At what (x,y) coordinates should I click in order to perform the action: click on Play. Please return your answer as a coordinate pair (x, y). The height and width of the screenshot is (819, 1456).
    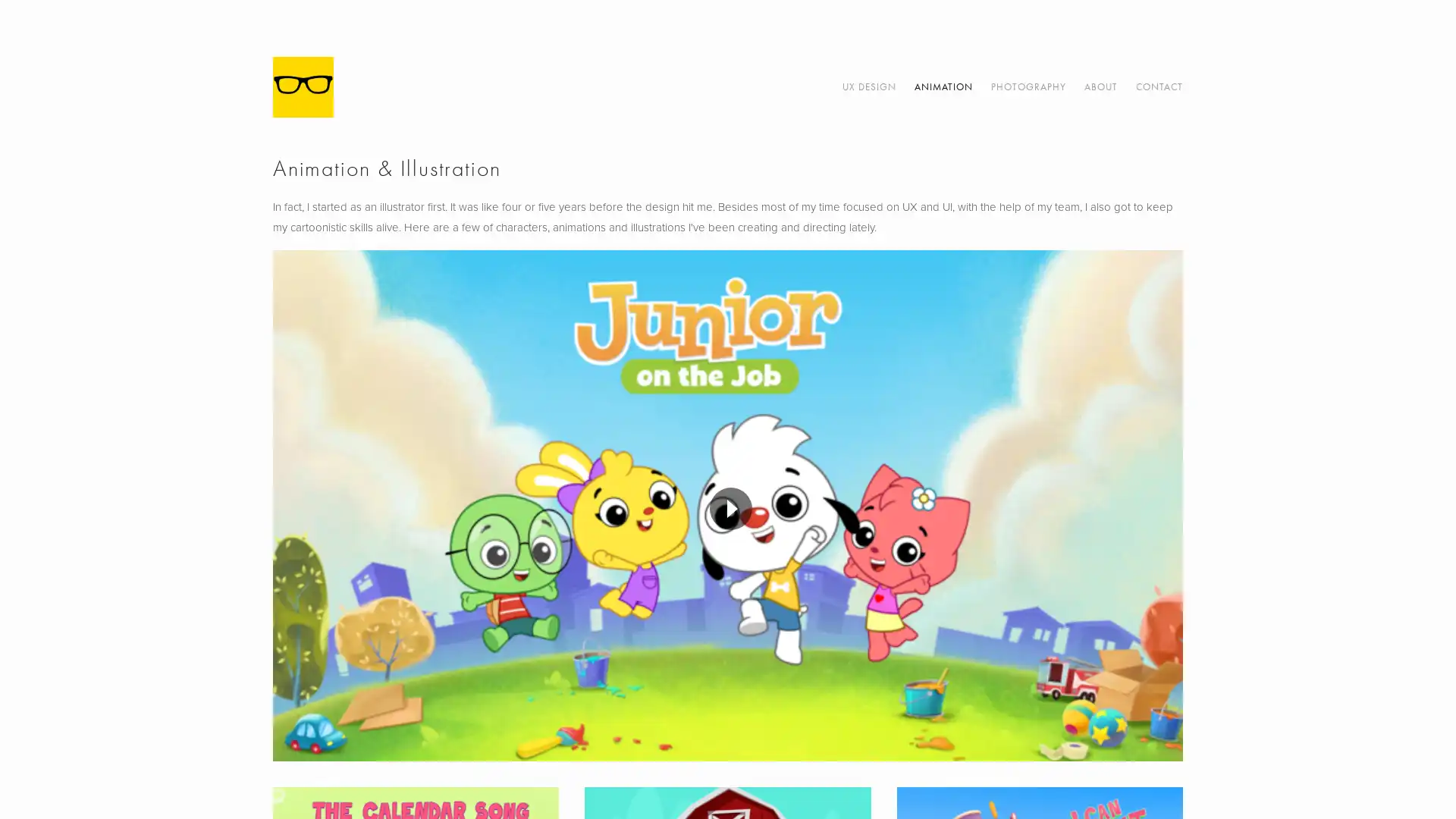
    Looking at the image, I should click on (731, 509).